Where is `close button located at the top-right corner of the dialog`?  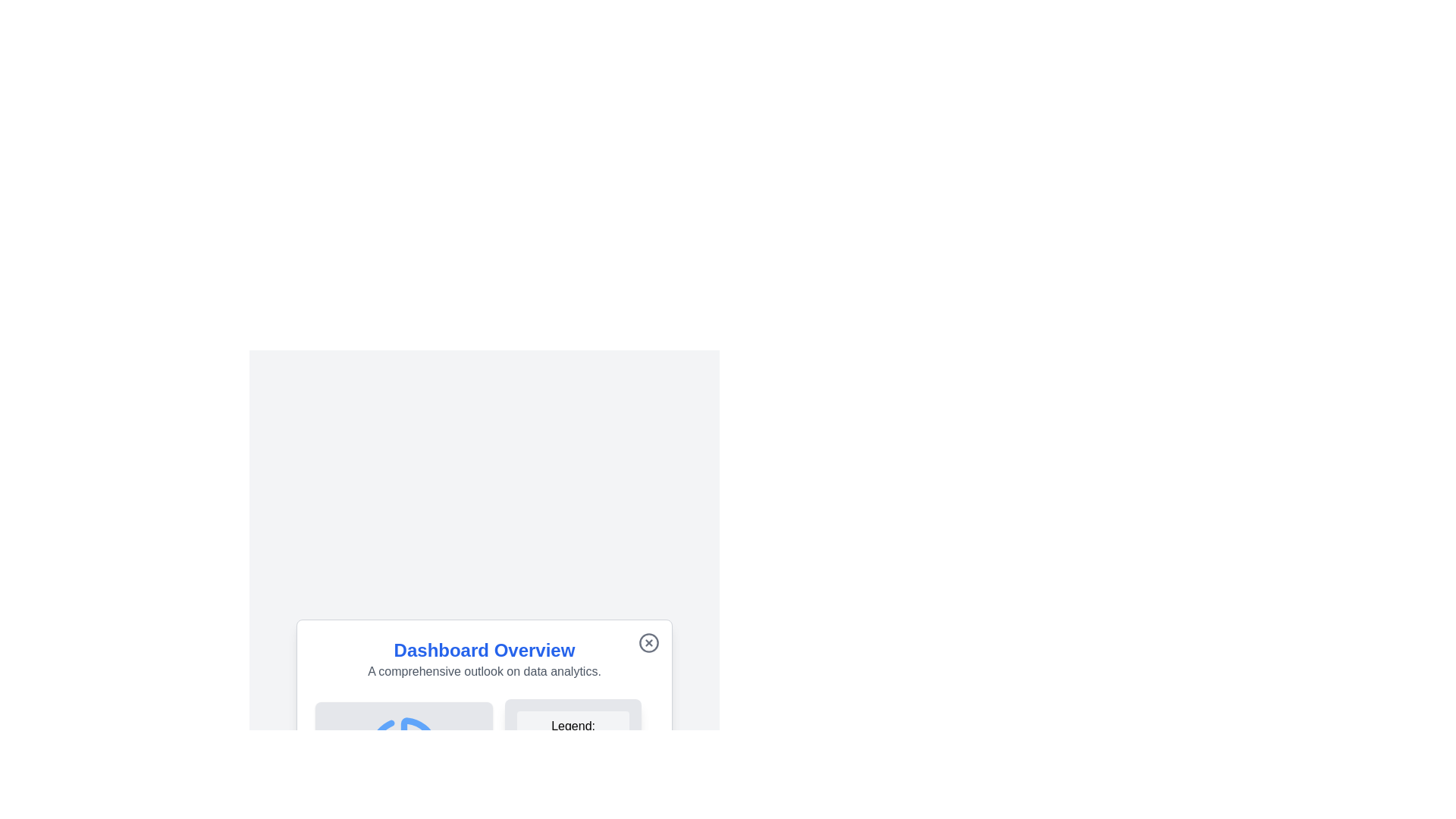
close button located at the top-right corner of the dialog is located at coordinates (648, 643).